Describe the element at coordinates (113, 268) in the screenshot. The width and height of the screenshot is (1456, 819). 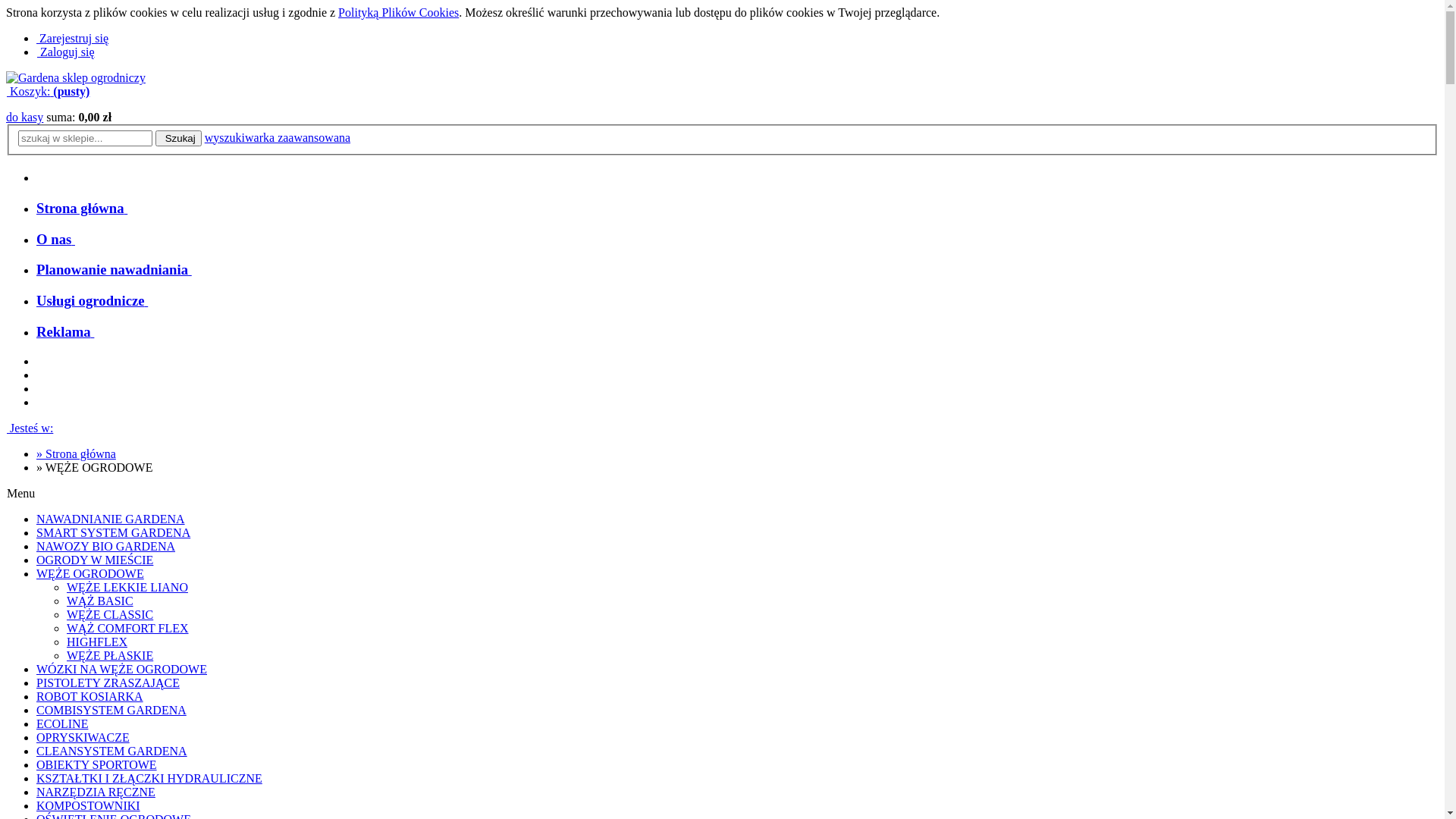
I see `'Planowanie nawadniania'` at that location.